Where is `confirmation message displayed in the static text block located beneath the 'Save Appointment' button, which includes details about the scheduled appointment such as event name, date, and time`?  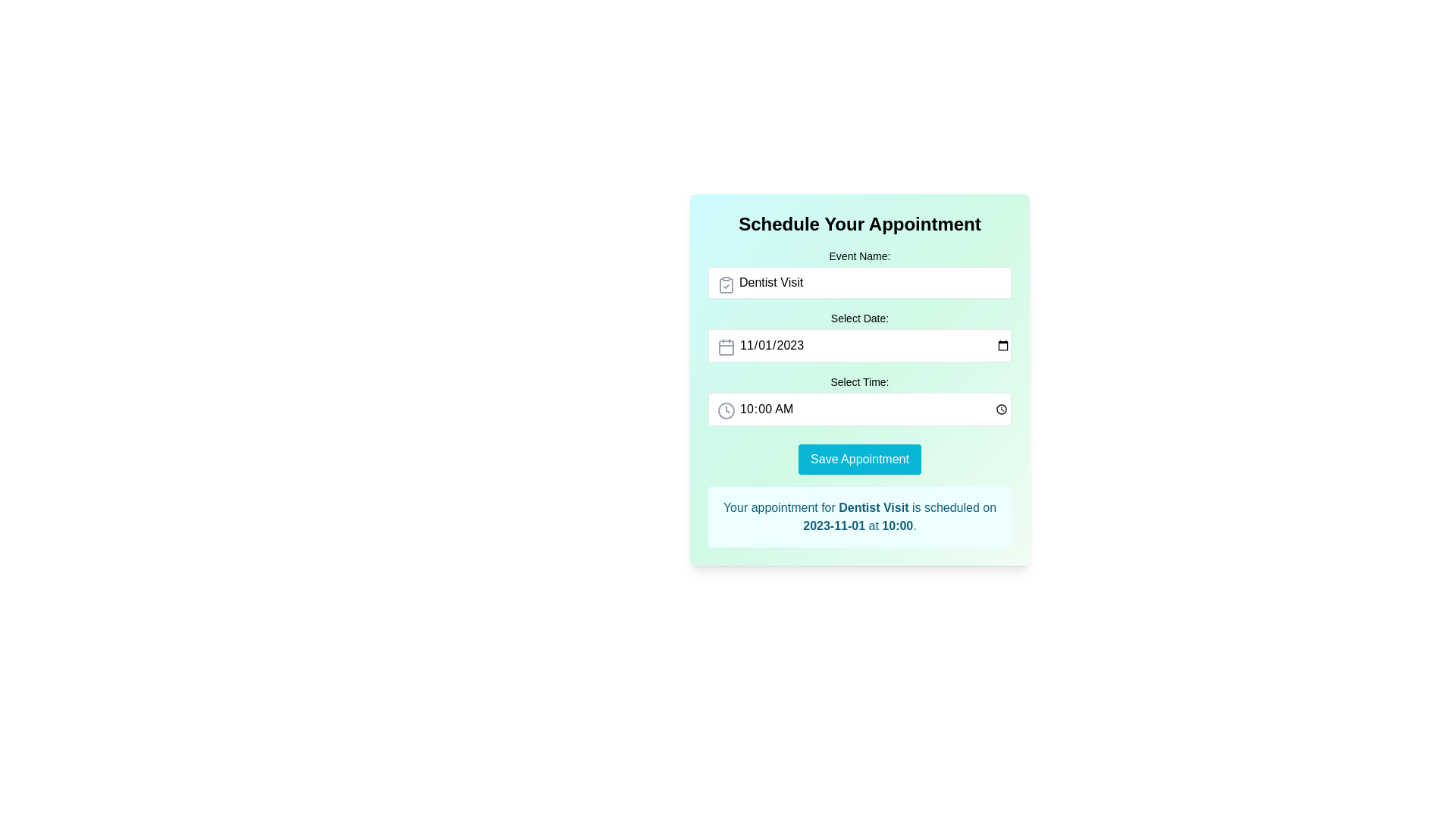 confirmation message displayed in the static text block located beneath the 'Save Appointment' button, which includes details about the scheduled appointment such as event name, date, and time is located at coordinates (859, 516).